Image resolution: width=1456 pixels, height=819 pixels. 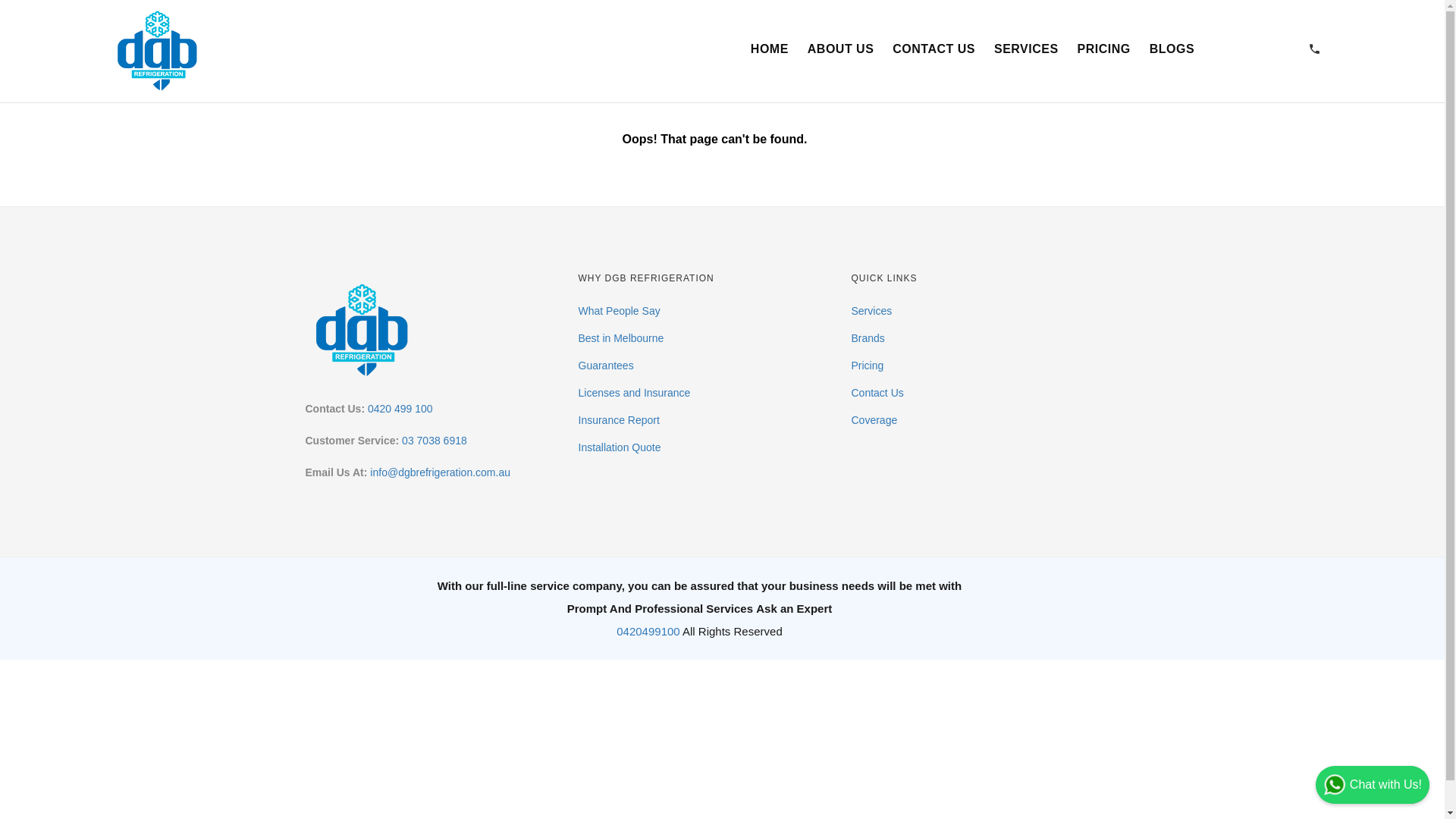 I want to click on 'ABOUT US', so click(x=839, y=49).